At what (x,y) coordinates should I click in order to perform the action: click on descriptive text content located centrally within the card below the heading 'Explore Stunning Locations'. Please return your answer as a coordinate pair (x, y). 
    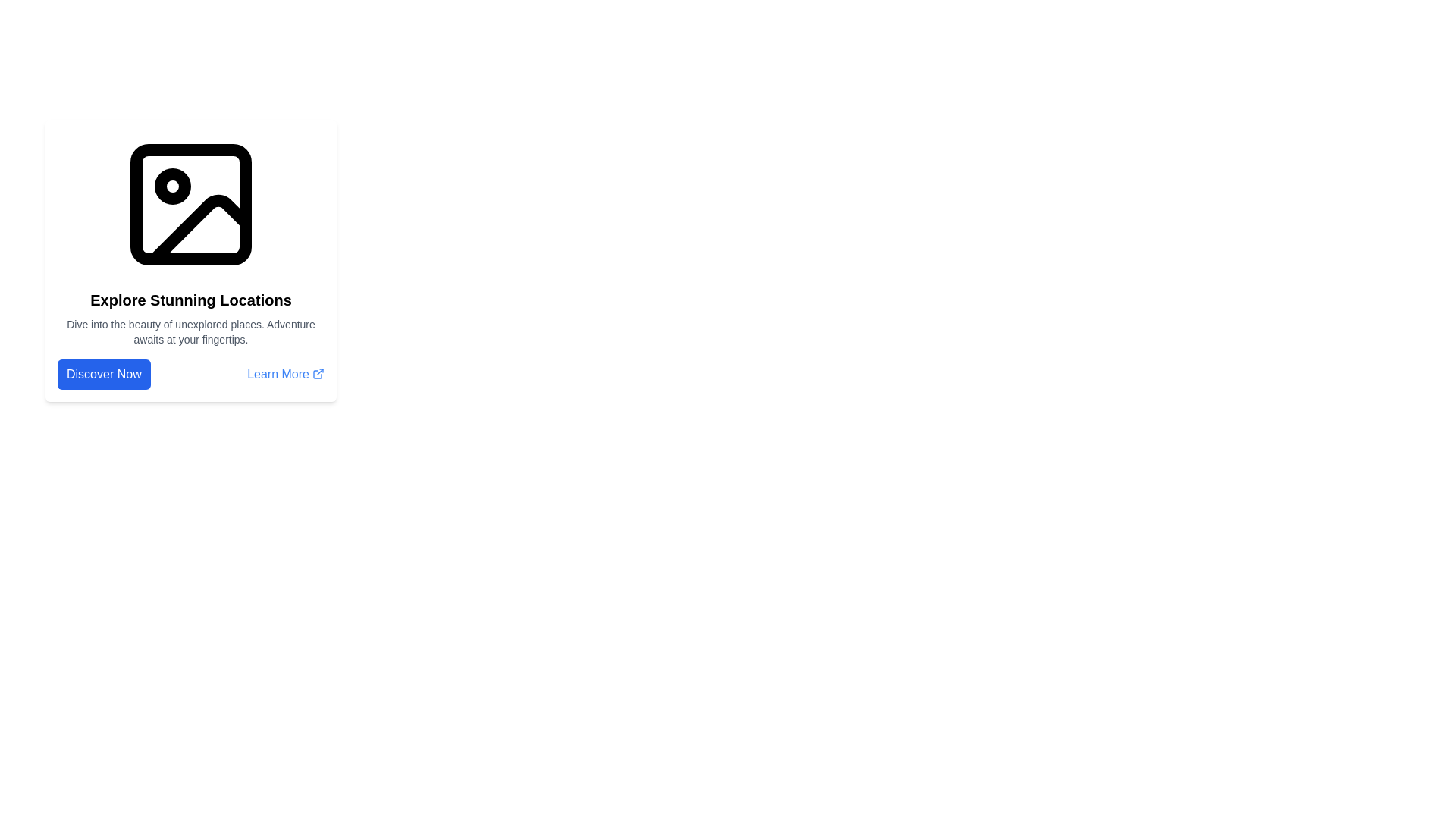
    Looking at the image, I should click on (190, 331).